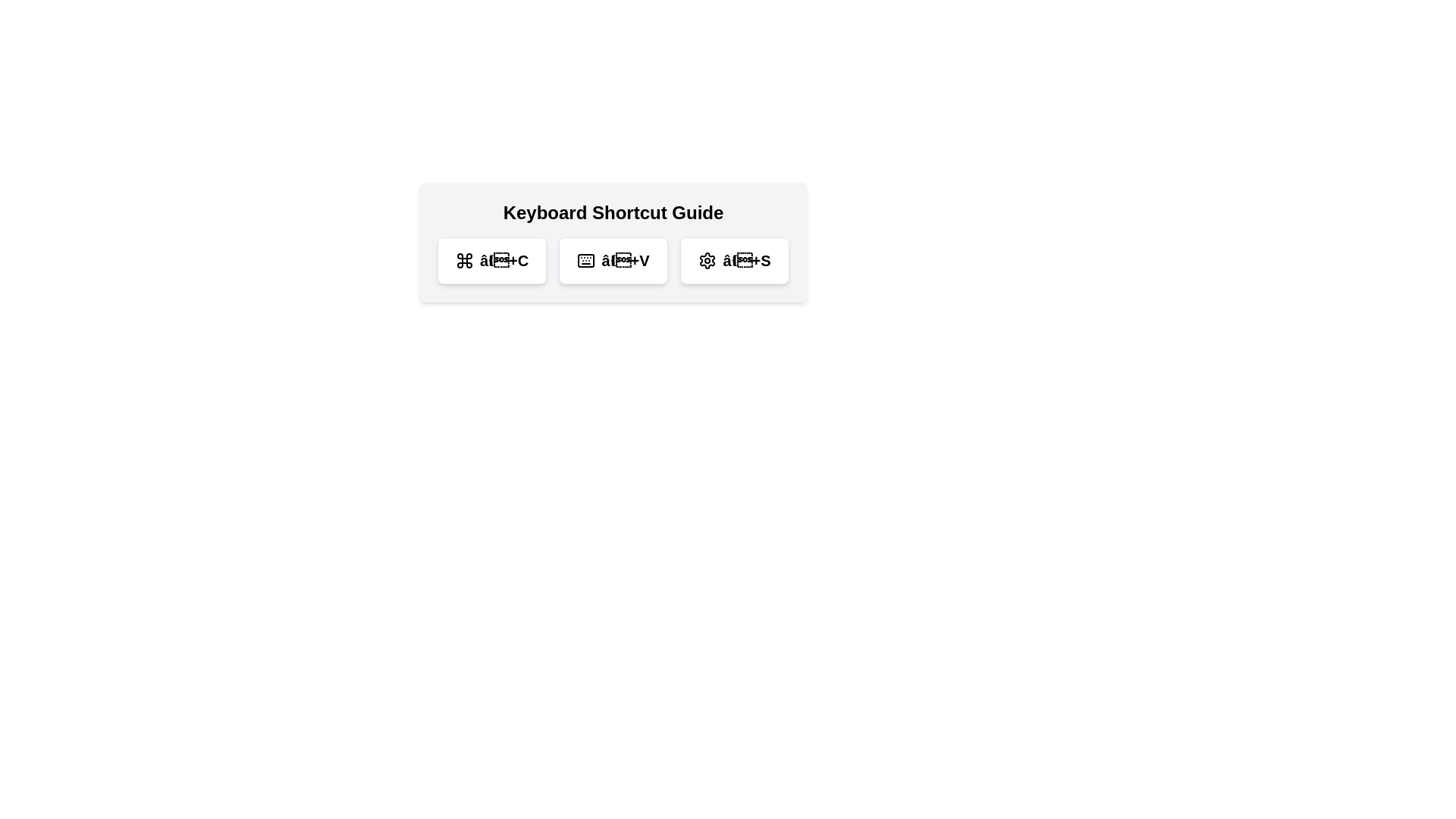 The width and height of the screenshot is (1456, 819). What do you see at coordinates (735, 259) in the screenshot?
I see `the third button from the left in the row of three buttons, which triggers a 'Save' action` at bounding box center [735, 259].